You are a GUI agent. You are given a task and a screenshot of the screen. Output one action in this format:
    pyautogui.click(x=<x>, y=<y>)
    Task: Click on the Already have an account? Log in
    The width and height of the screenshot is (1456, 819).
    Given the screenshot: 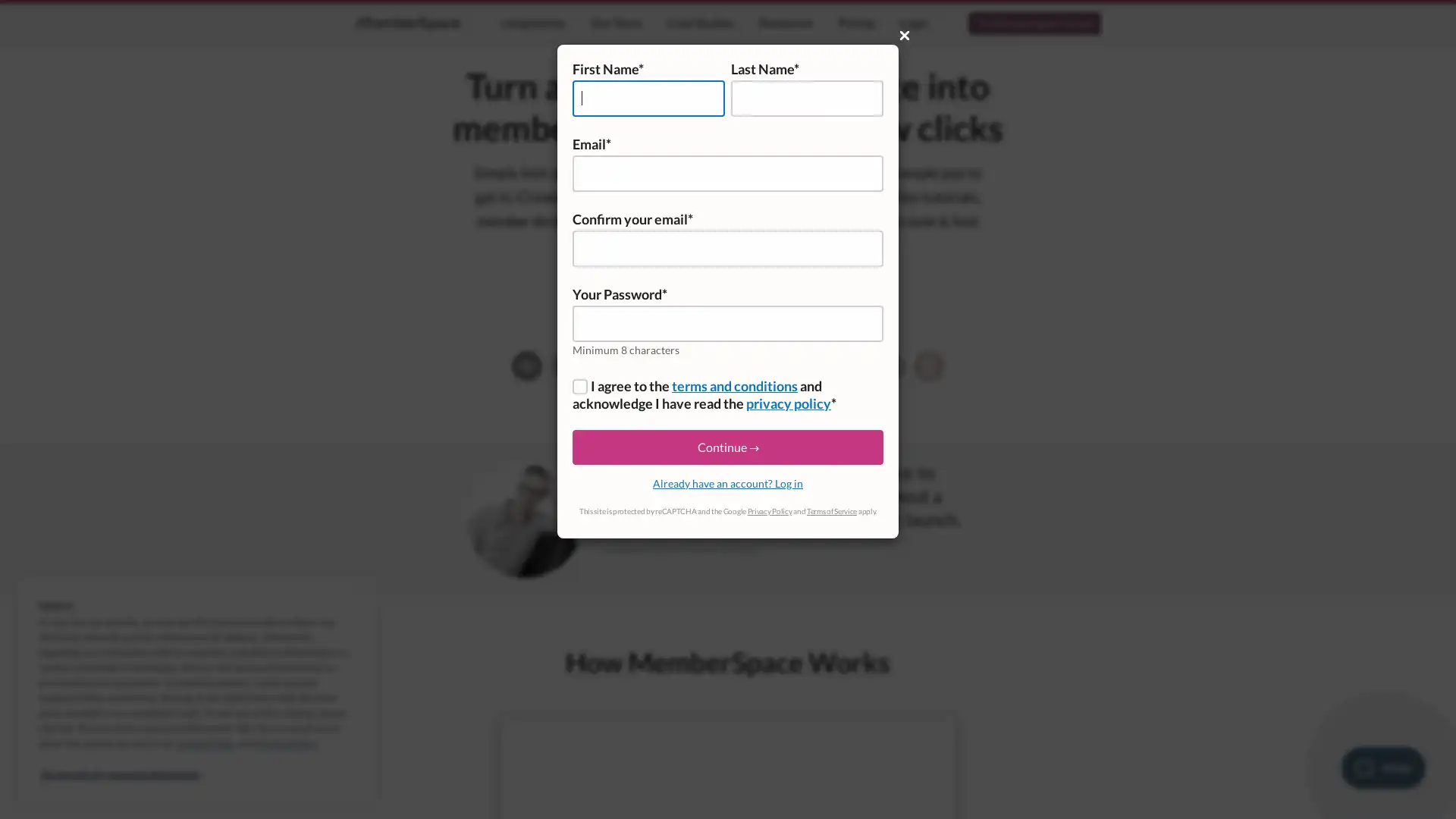 What is the action you would take?
    pyautogui.click(x=728, y=483)
    